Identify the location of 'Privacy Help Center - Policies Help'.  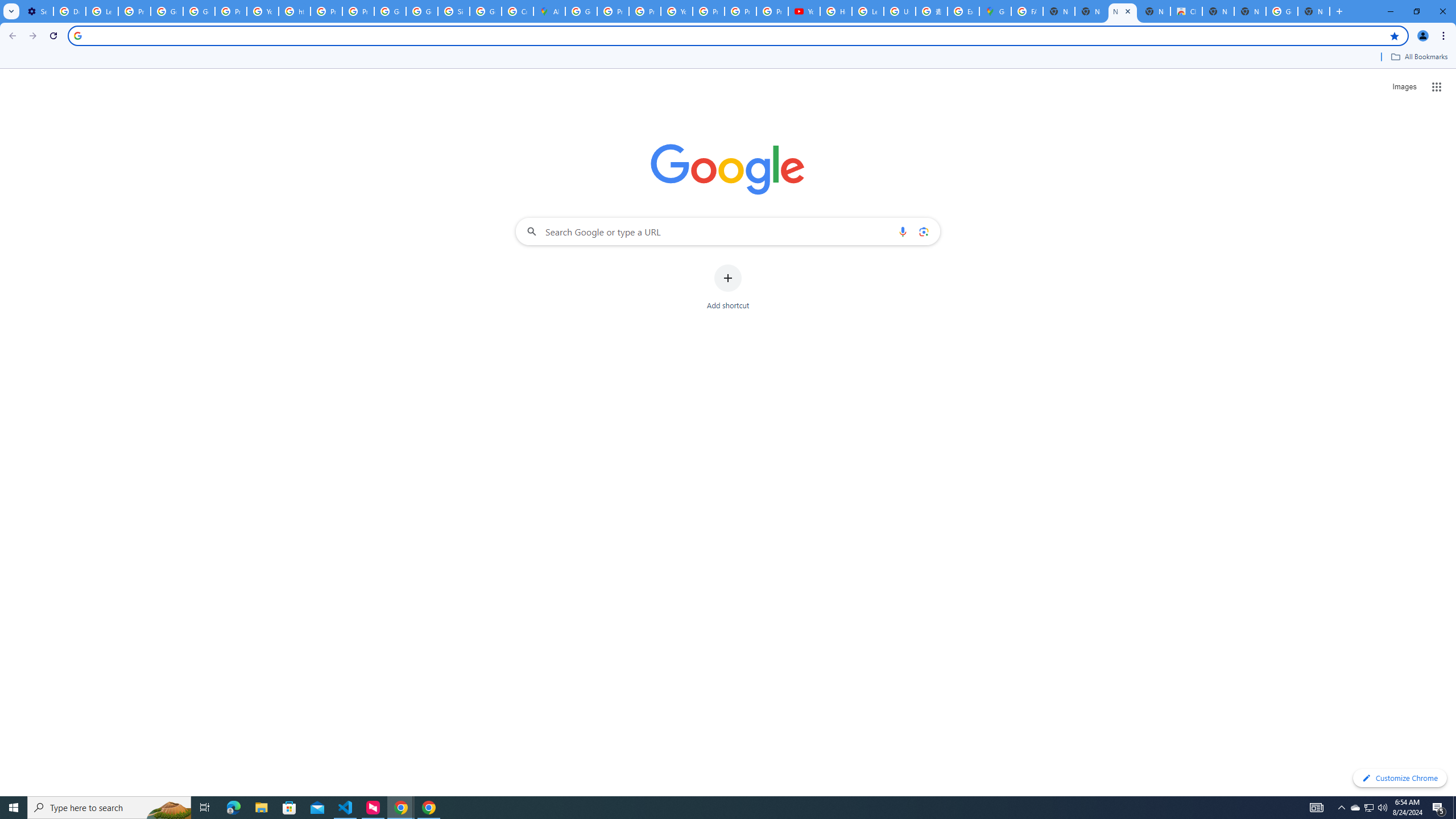
(614, 11).